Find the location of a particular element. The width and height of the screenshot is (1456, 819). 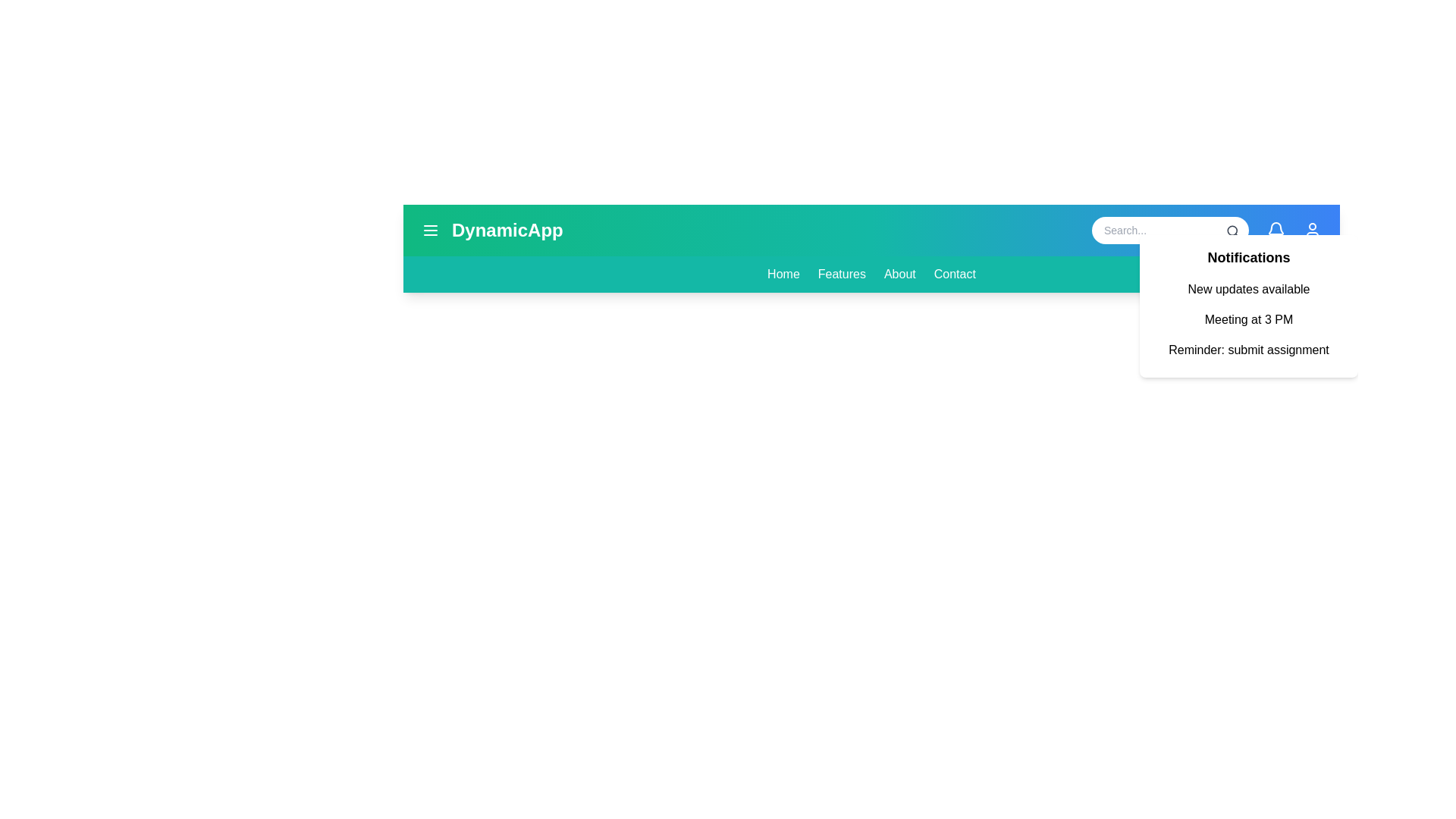

the bell icon to toggle the notifications dropdown visibility is located at coordinates (1276, 231).